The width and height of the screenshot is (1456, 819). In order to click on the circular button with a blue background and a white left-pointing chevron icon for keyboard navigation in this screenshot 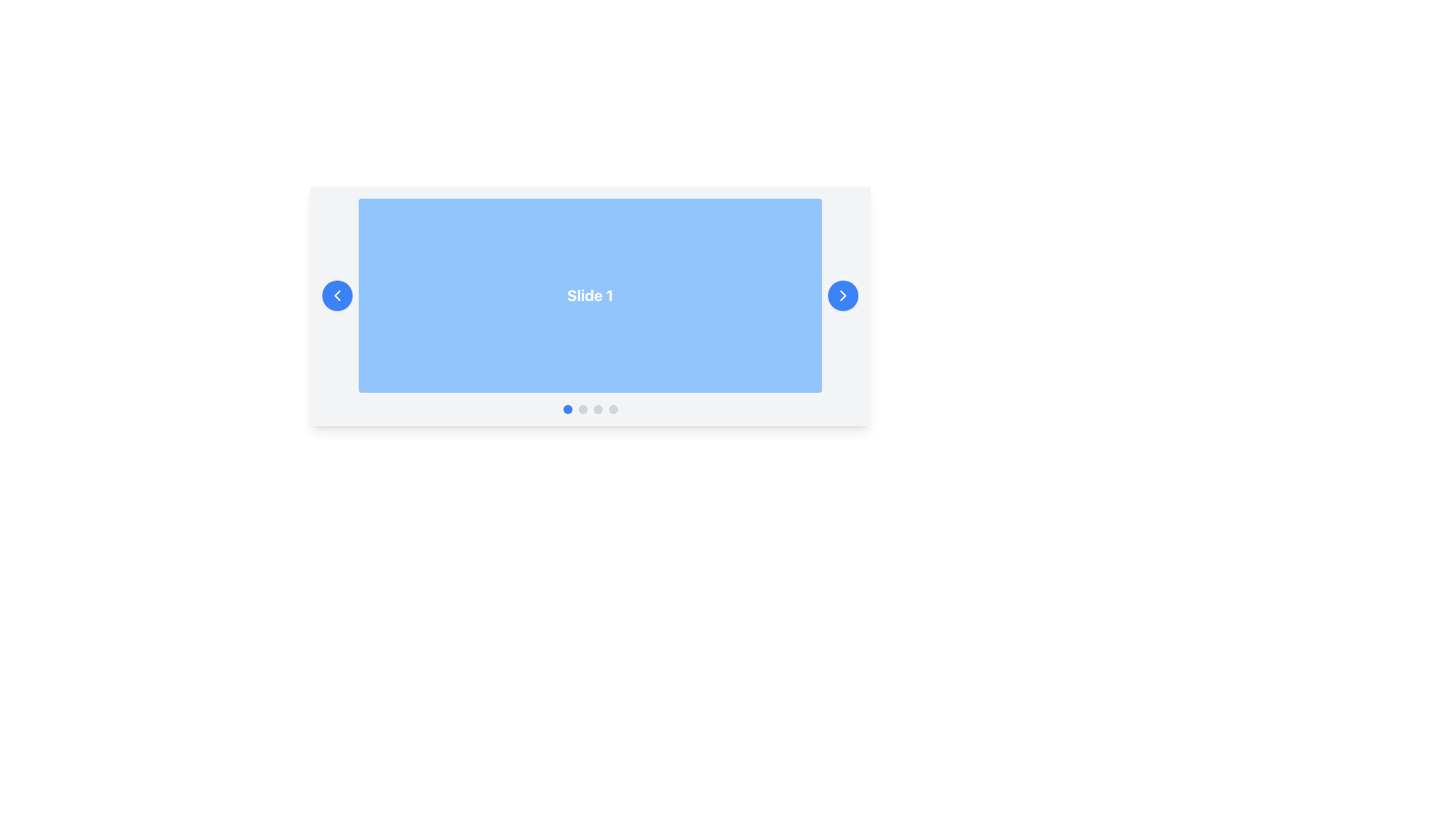, I will do `click(337, 295)`.